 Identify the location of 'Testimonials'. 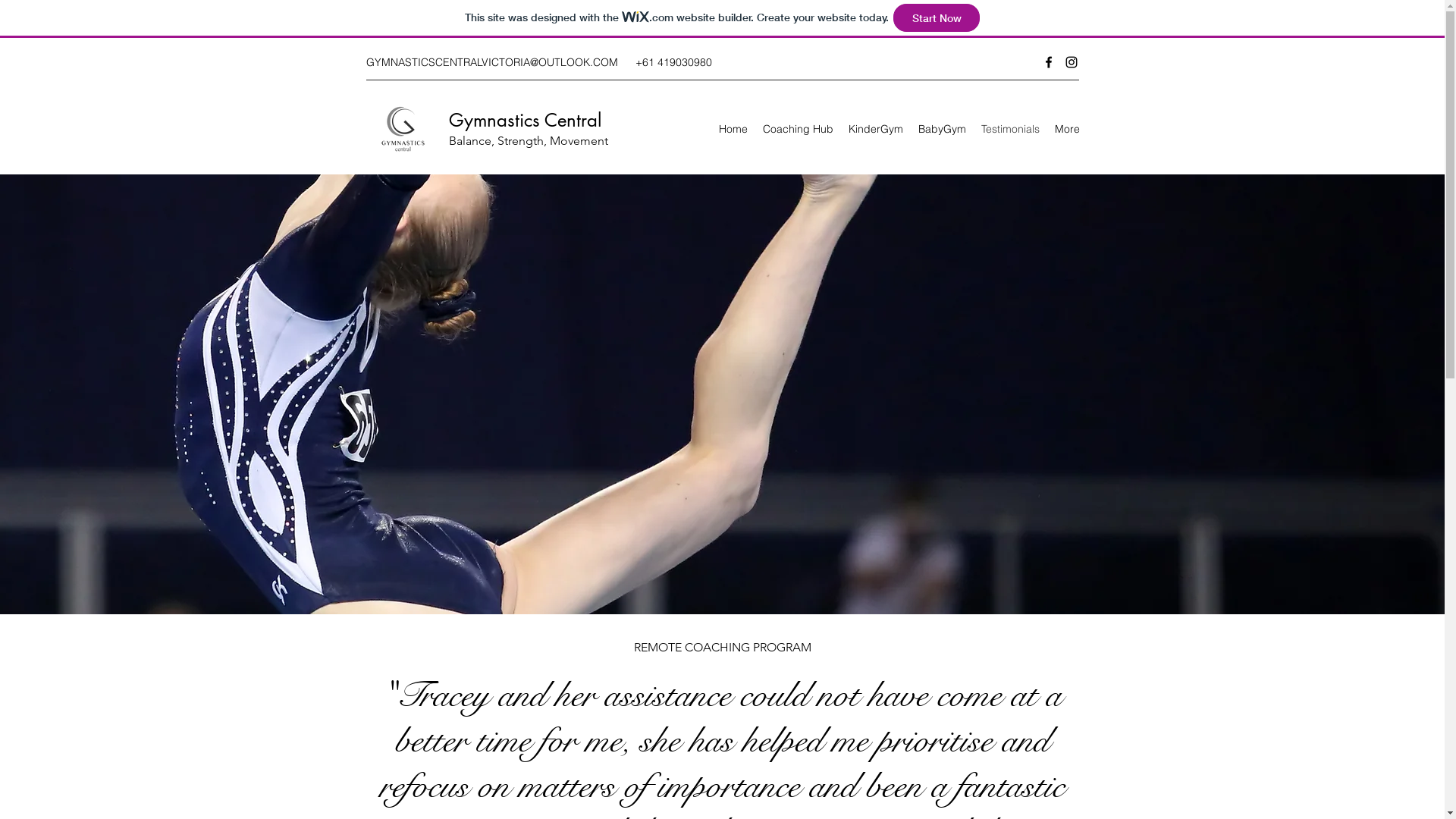
(1010, 127).